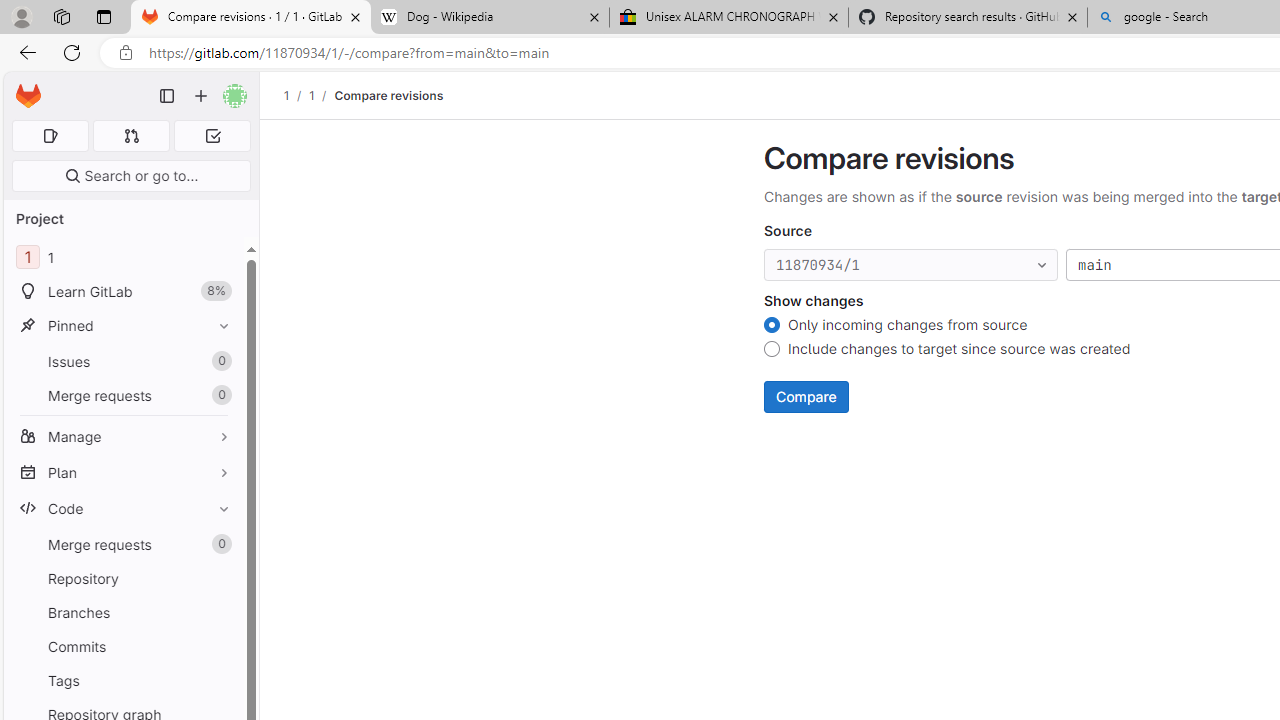 Image resolution: width=1280 pixels, height=720 pixels. Describe the element at coordinates (123, 611) in the screenshot. I see `'Branches'` at that location.